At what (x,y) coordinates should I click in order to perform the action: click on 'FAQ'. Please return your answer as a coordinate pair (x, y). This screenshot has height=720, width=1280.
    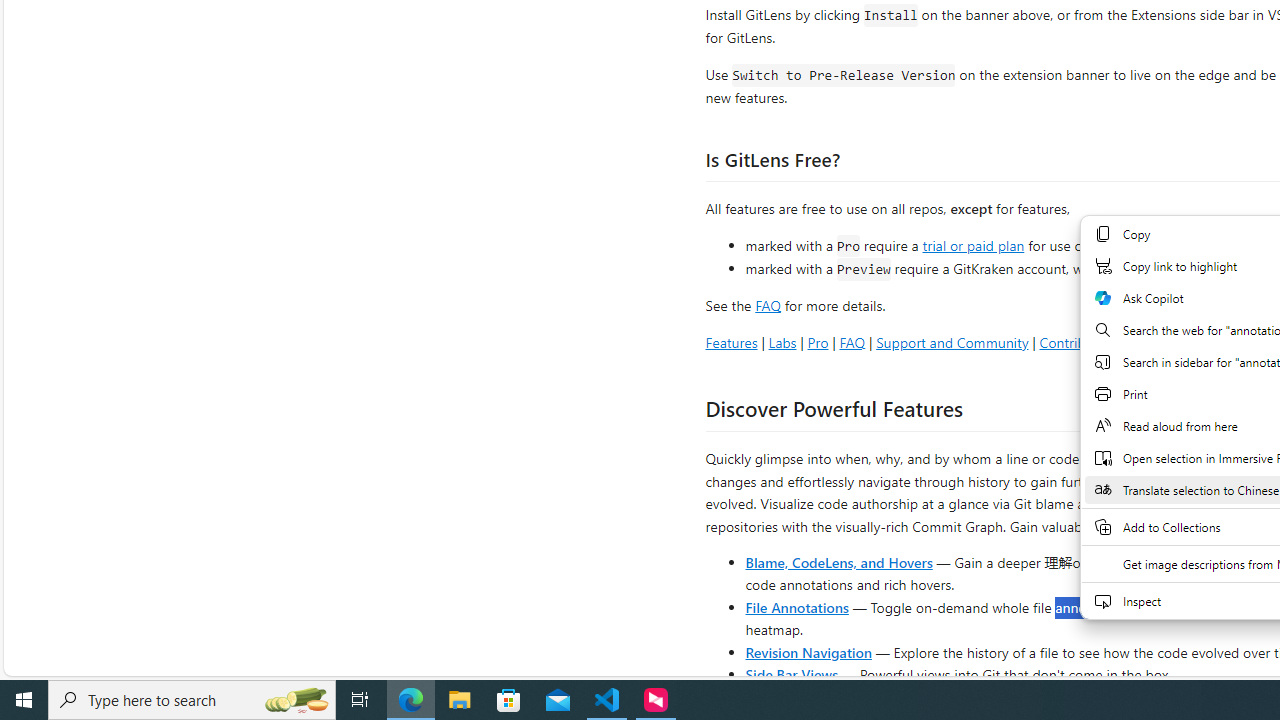
    Looking at the image, I should click on (852, 341).